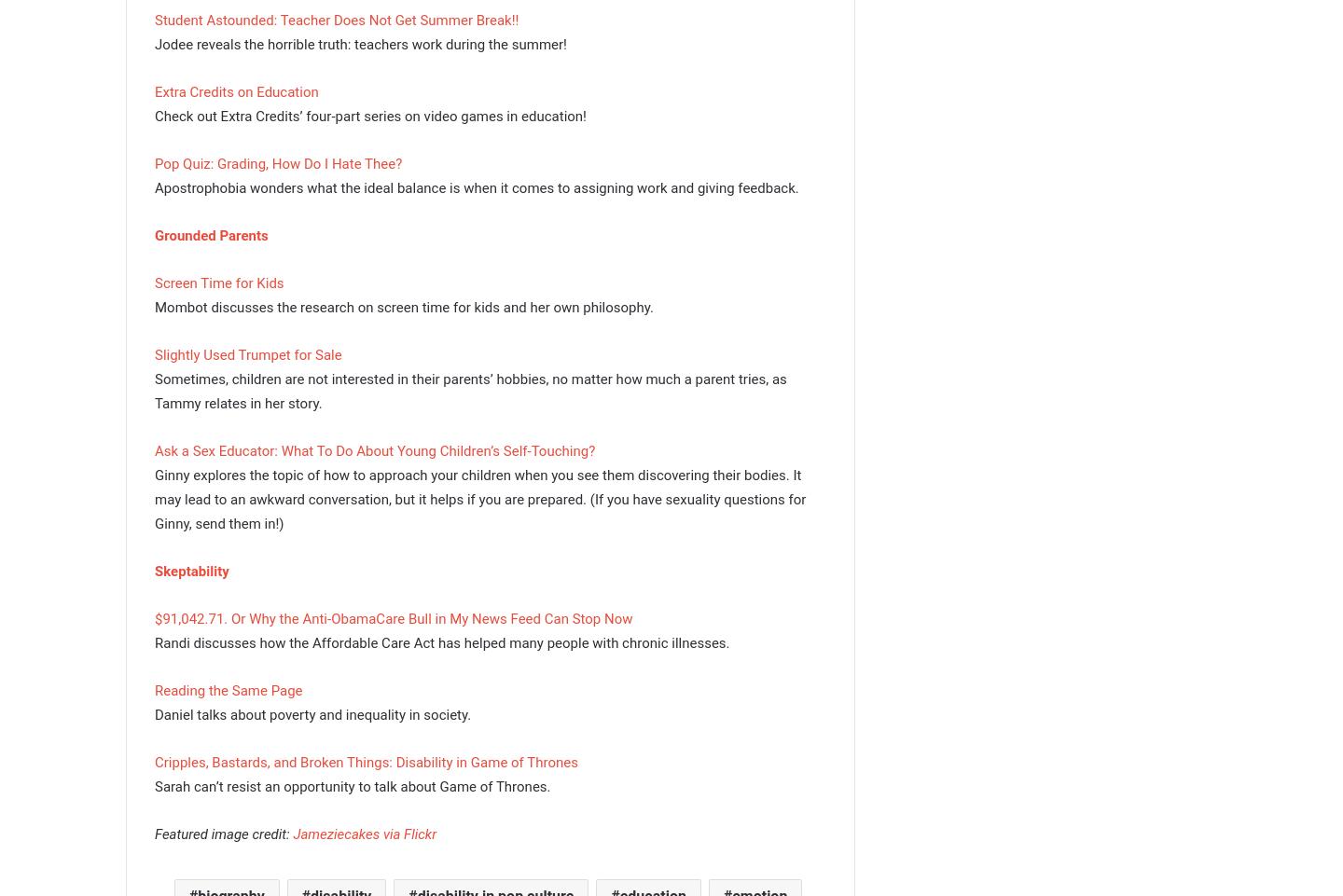 This screenshot has height=896, width=1343. Describe the element at coordinates (469, 390) in the screenshot. I see `'Sometimes, children are not interested in their parents’ hobbies, no matter how much a parent tries, as Tammy relates in her story.'` at that location.